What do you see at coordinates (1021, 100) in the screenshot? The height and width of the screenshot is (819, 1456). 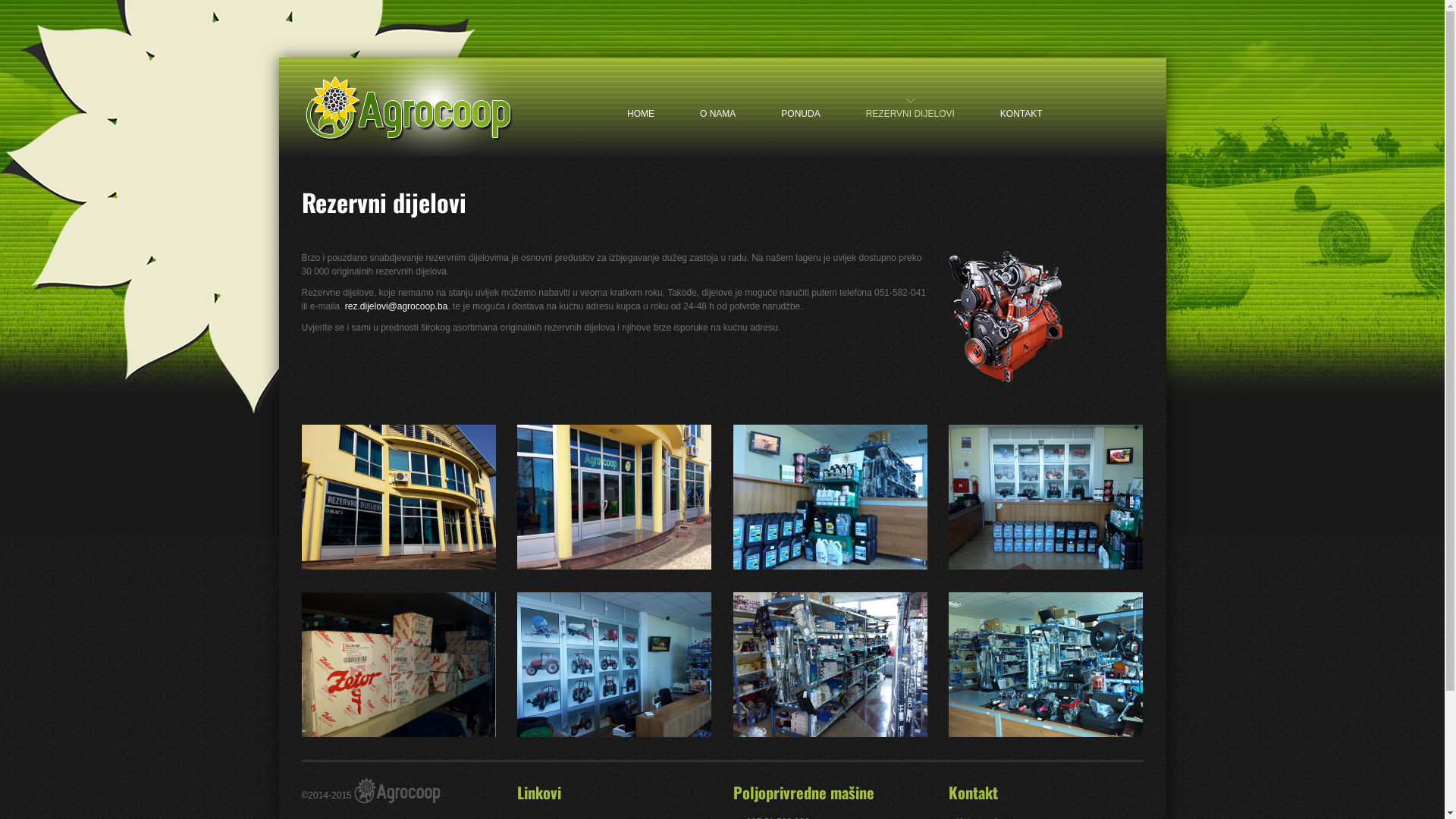 I see `'KONTAKT'` at bounding box center [1021, 100].